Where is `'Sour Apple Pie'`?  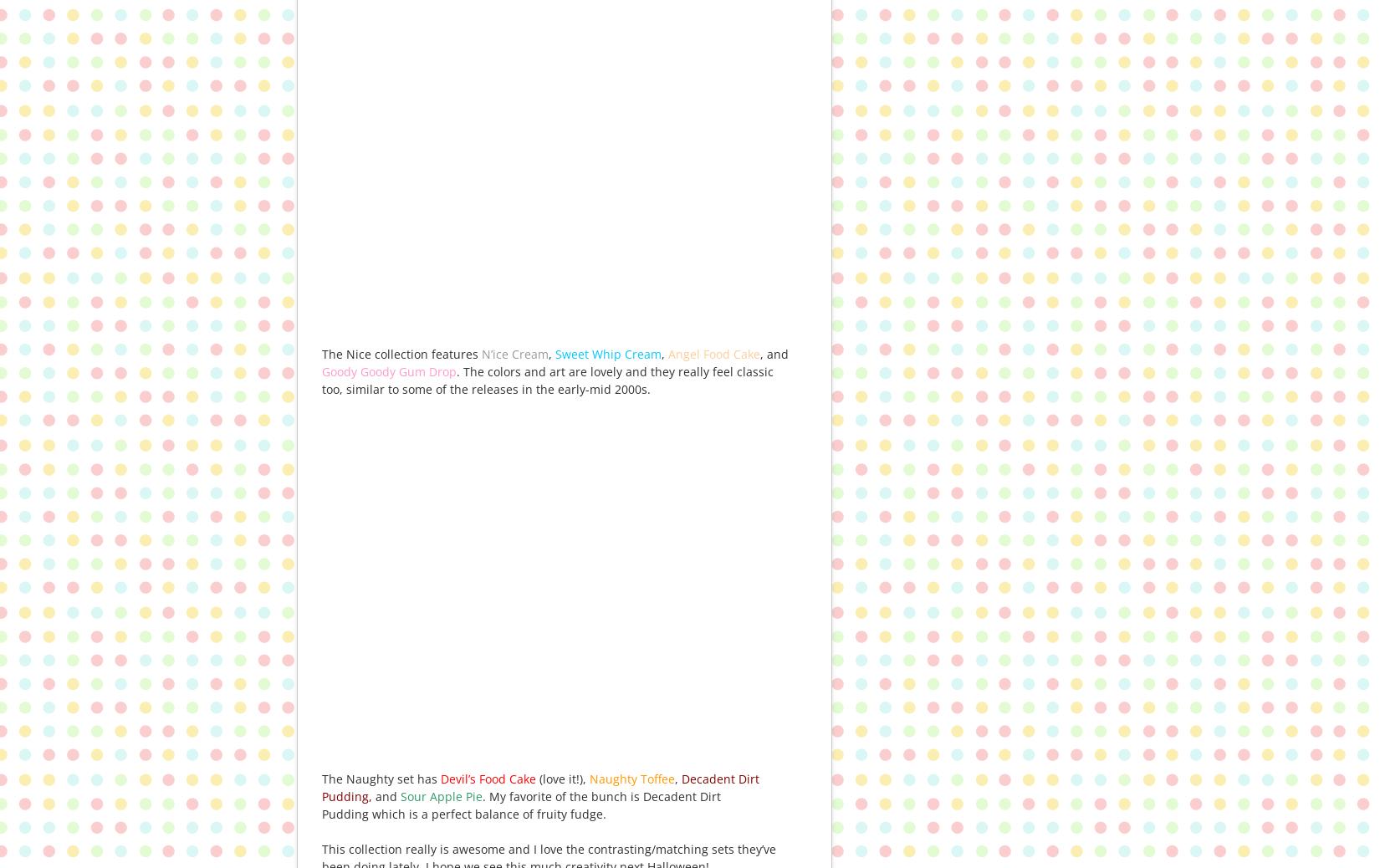
'Sour Apple Pie' is located at coordinates (441, 796).